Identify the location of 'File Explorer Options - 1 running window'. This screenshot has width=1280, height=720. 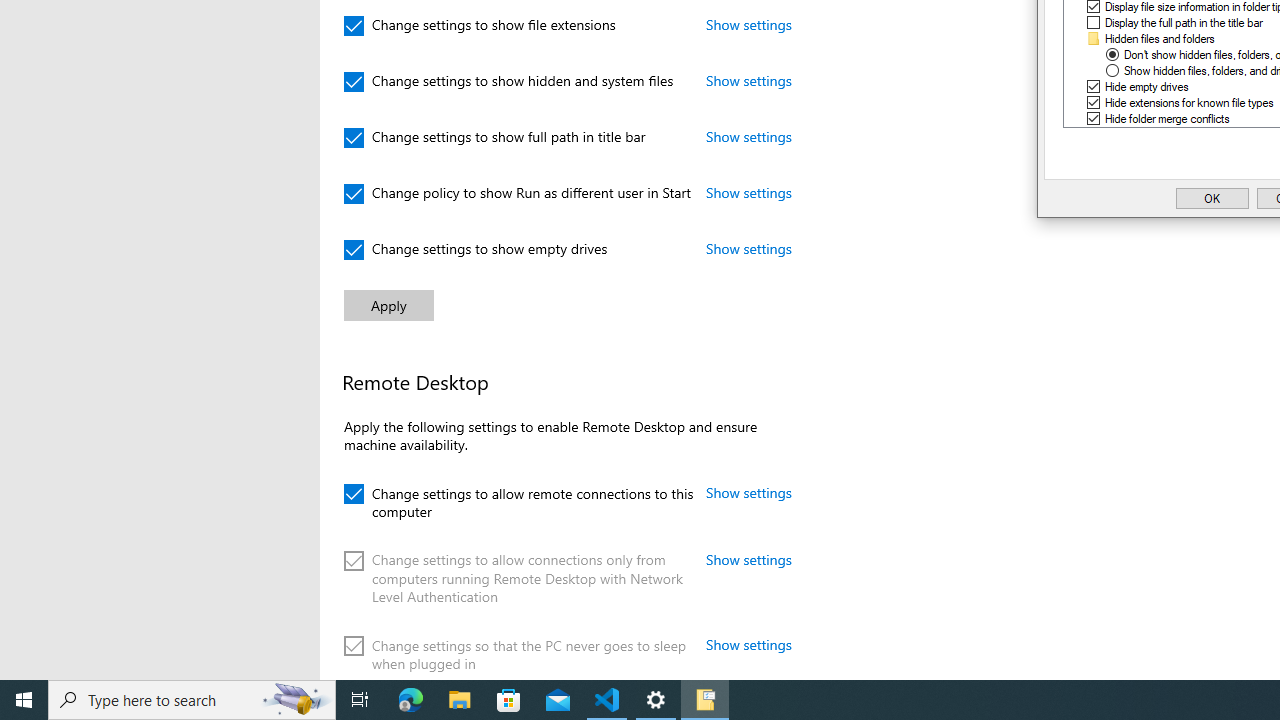
(705, 698).